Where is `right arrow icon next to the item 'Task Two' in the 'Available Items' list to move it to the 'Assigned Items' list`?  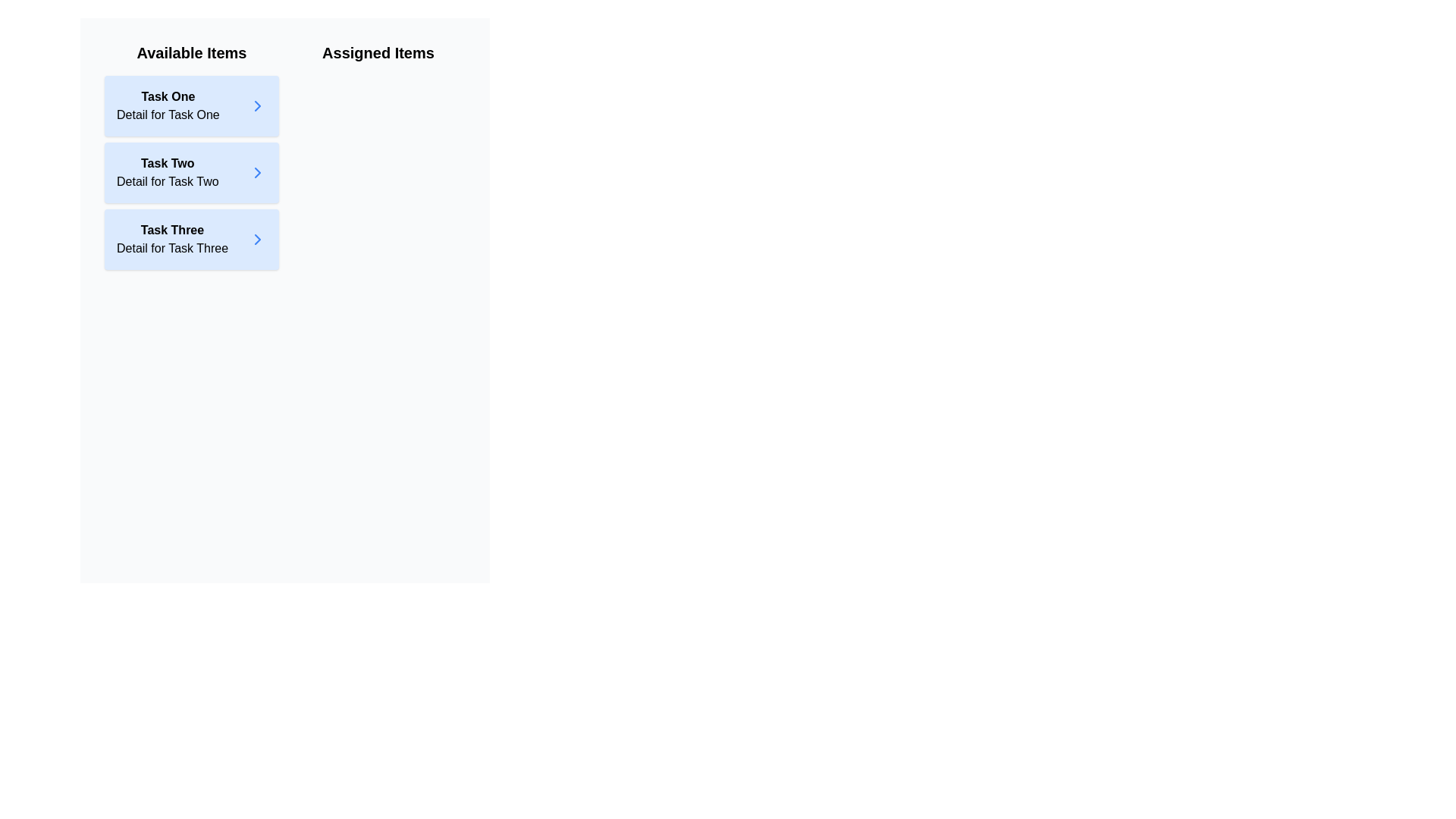
right arrow icon next to the item 'Task Two' in the 'Available Items' list to move it to the 'Assigned Items' list is located at coordinates (258, 171).